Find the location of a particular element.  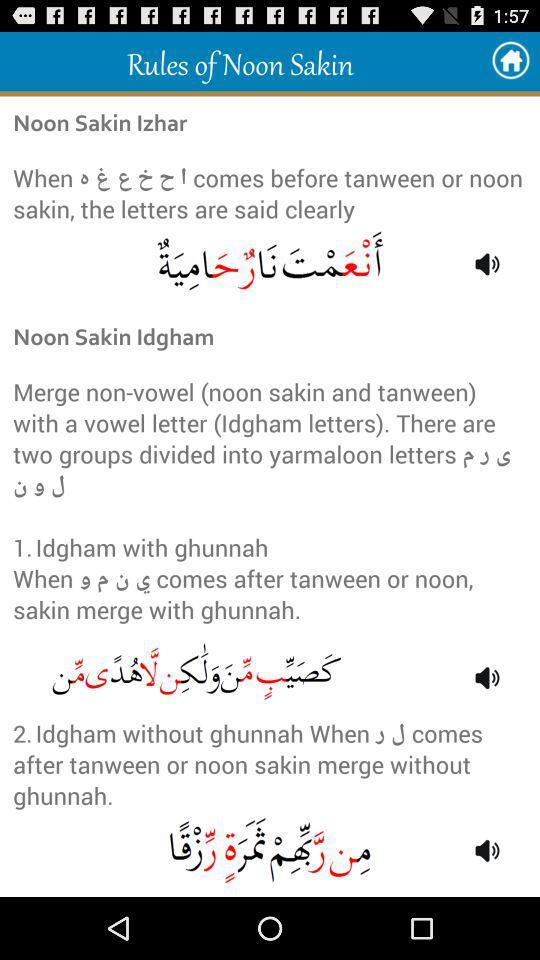

the first volume symbol from top is located at coordinates (486, 263).